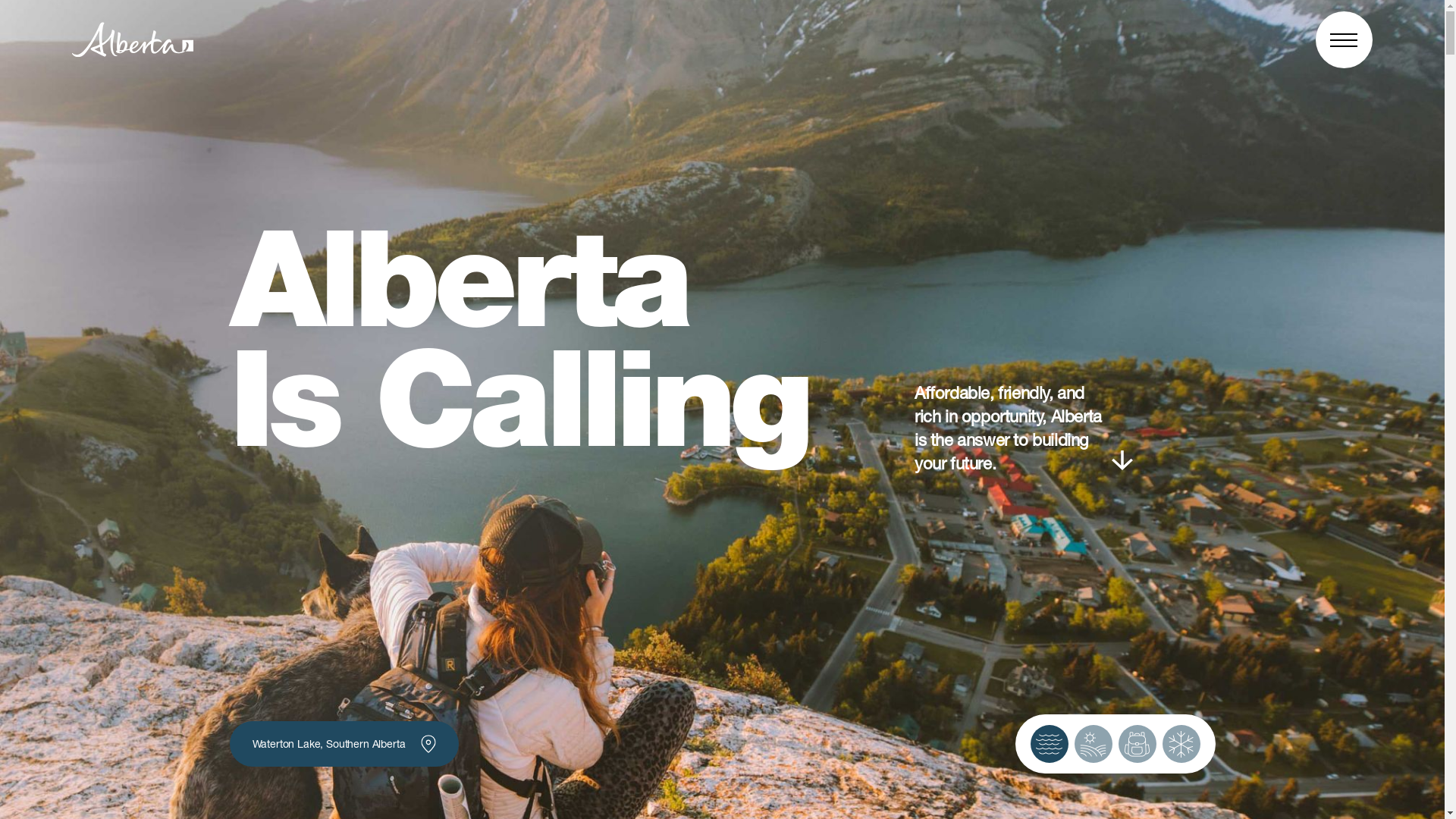 This screenshot has height=819, width=1456. What do you see at coordinates (1179, 742) in the screenshot?
I see `'Toggle Winter Image'` at bounding box center [1179, 742].